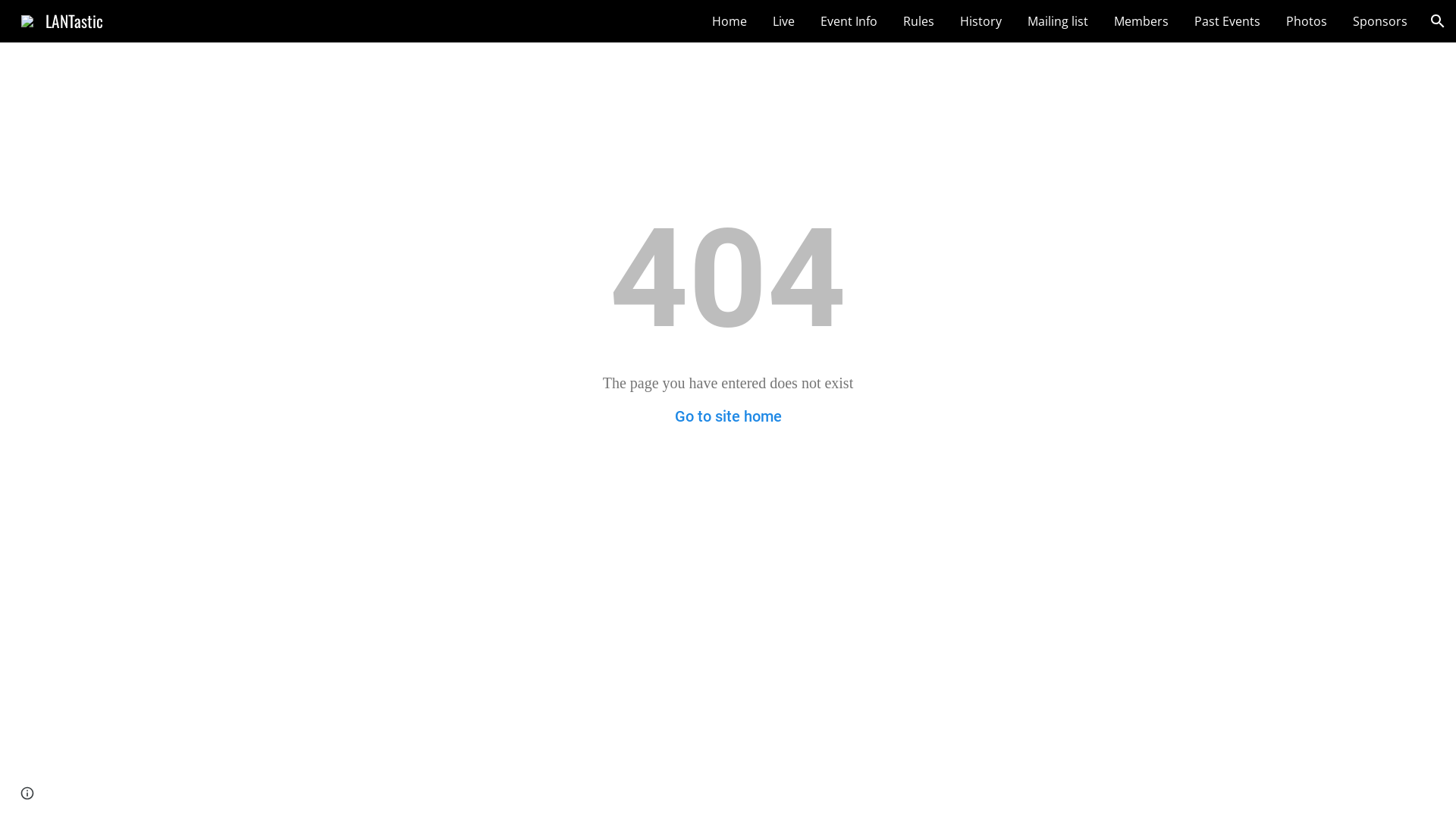 The height and width of the screenshot is (819, 1456). What do you see at coordinates (704, 20) in the screenshot?
I see `'Home'` at bounding box center [704, 20].